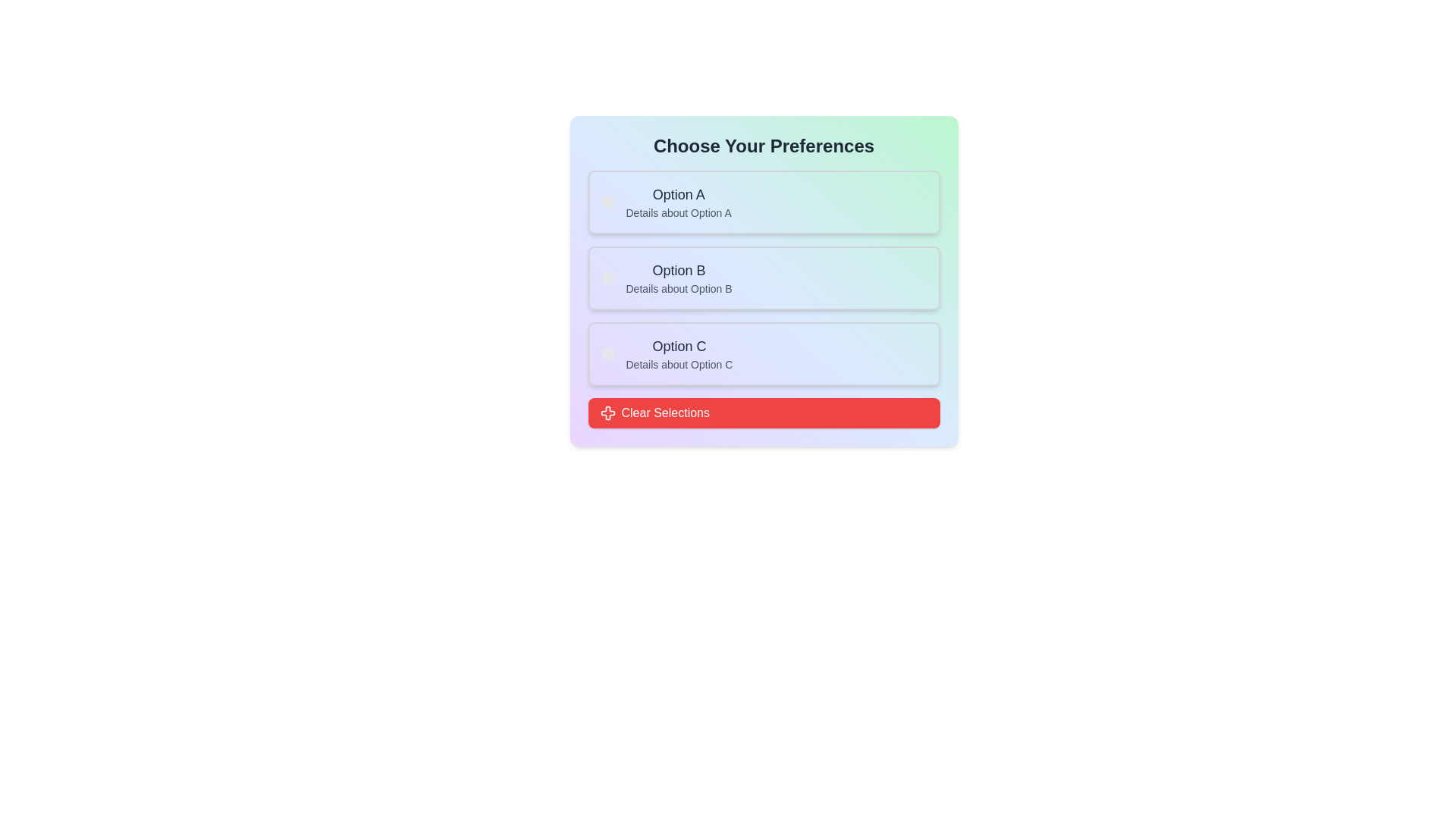  What do you see at coordinates (678, 346) in the screenshot?
I see `the title label for the third choice box labeled 'Option C' in the preference selection interface` at bounding box center [678, 346].